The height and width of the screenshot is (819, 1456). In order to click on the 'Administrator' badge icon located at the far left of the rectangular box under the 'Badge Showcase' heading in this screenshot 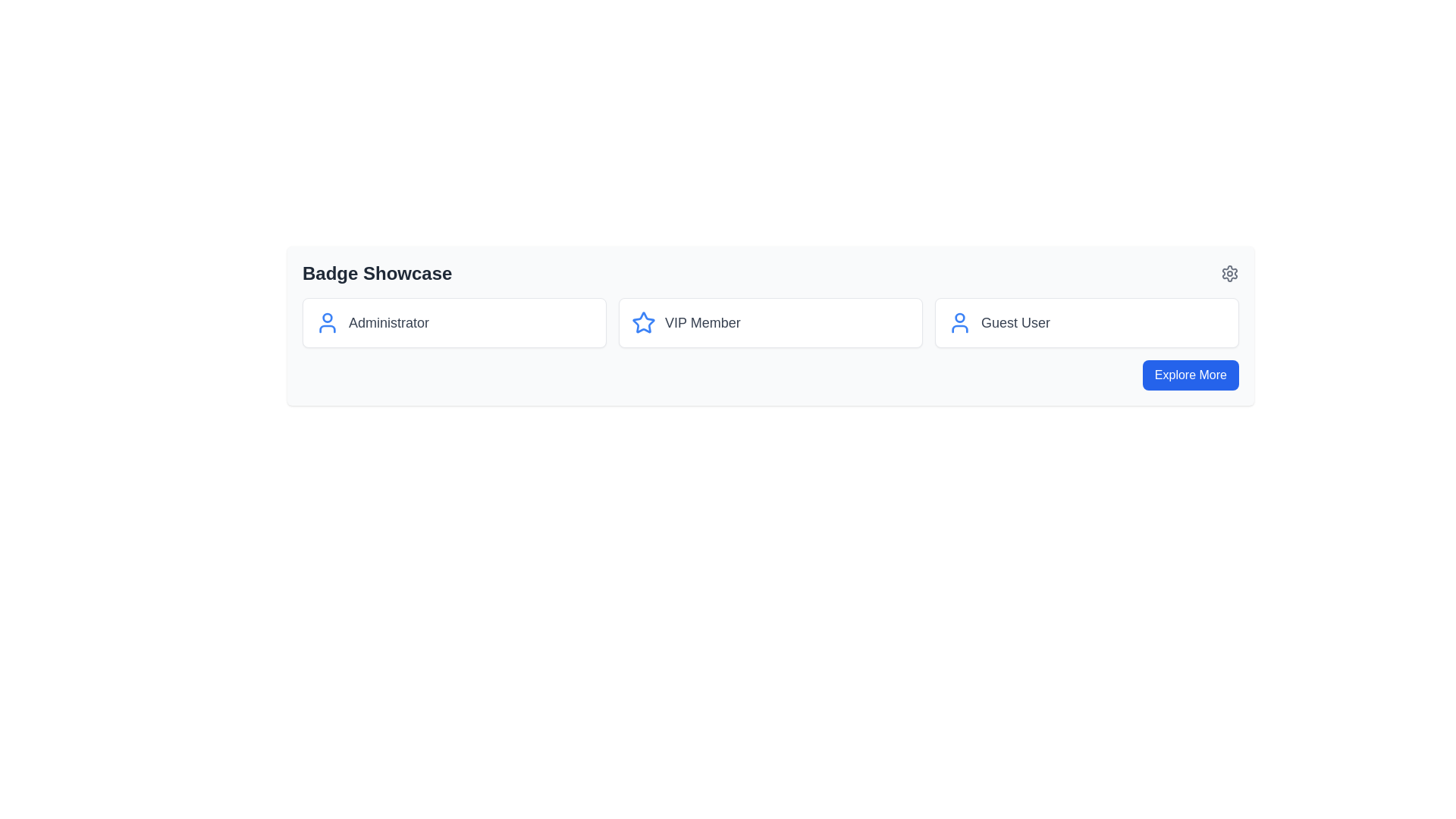, I will do `click(327, 322)`.